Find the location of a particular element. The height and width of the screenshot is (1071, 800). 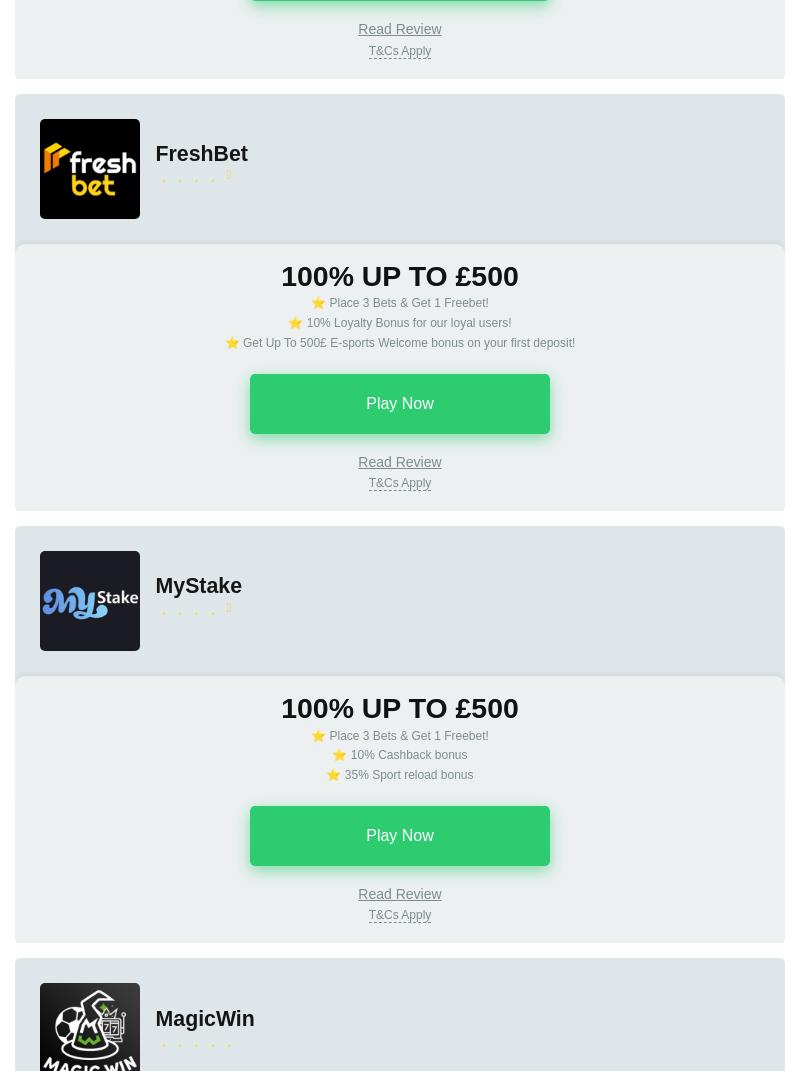

'⭐ 35% Sport reload bonus' is located at coordinates (325, 773).